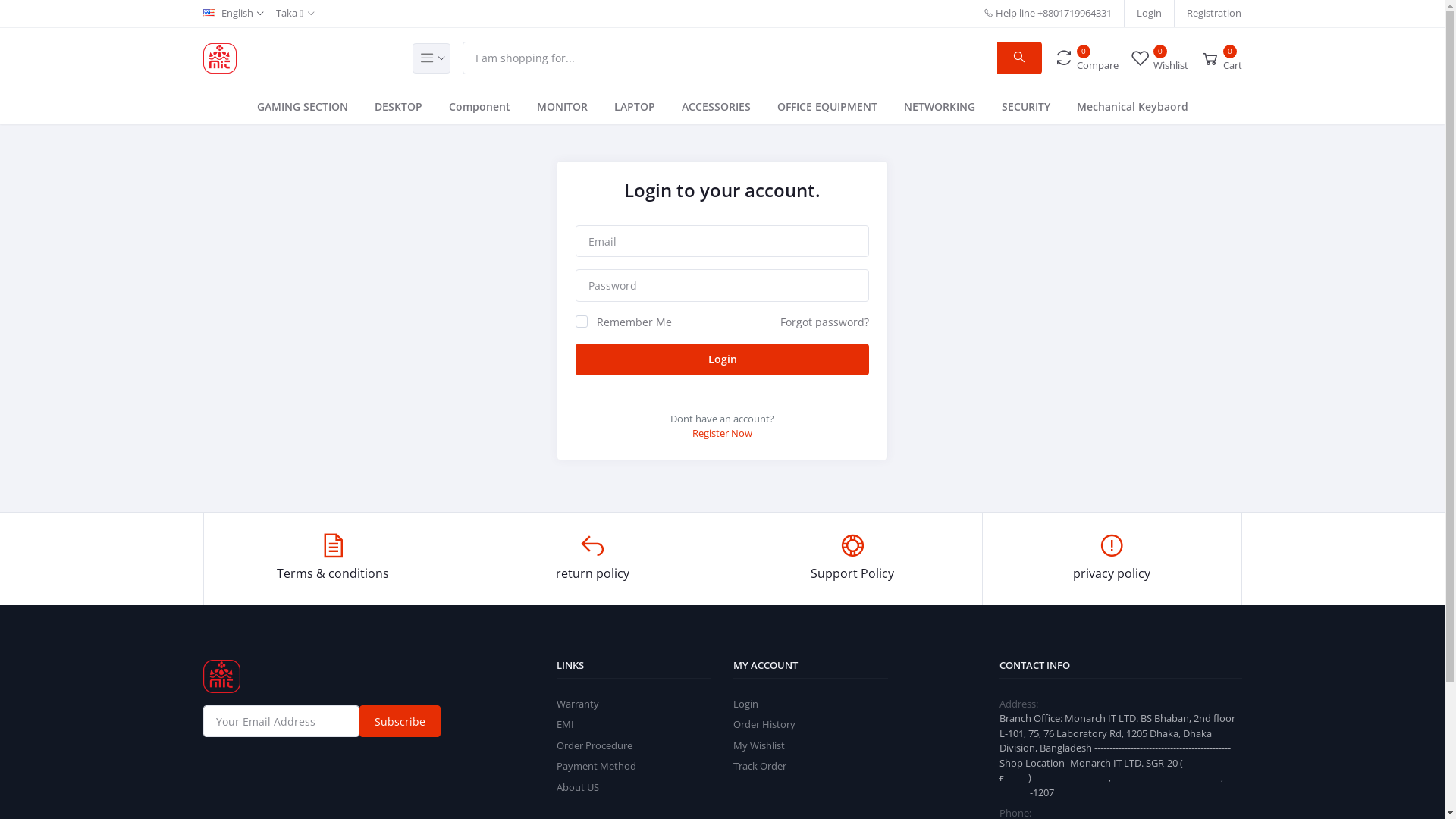  What do you see at coordinates (824, 321) in the screenshot?
I see `'Forgot password?'` at bounding box center [824, 321].